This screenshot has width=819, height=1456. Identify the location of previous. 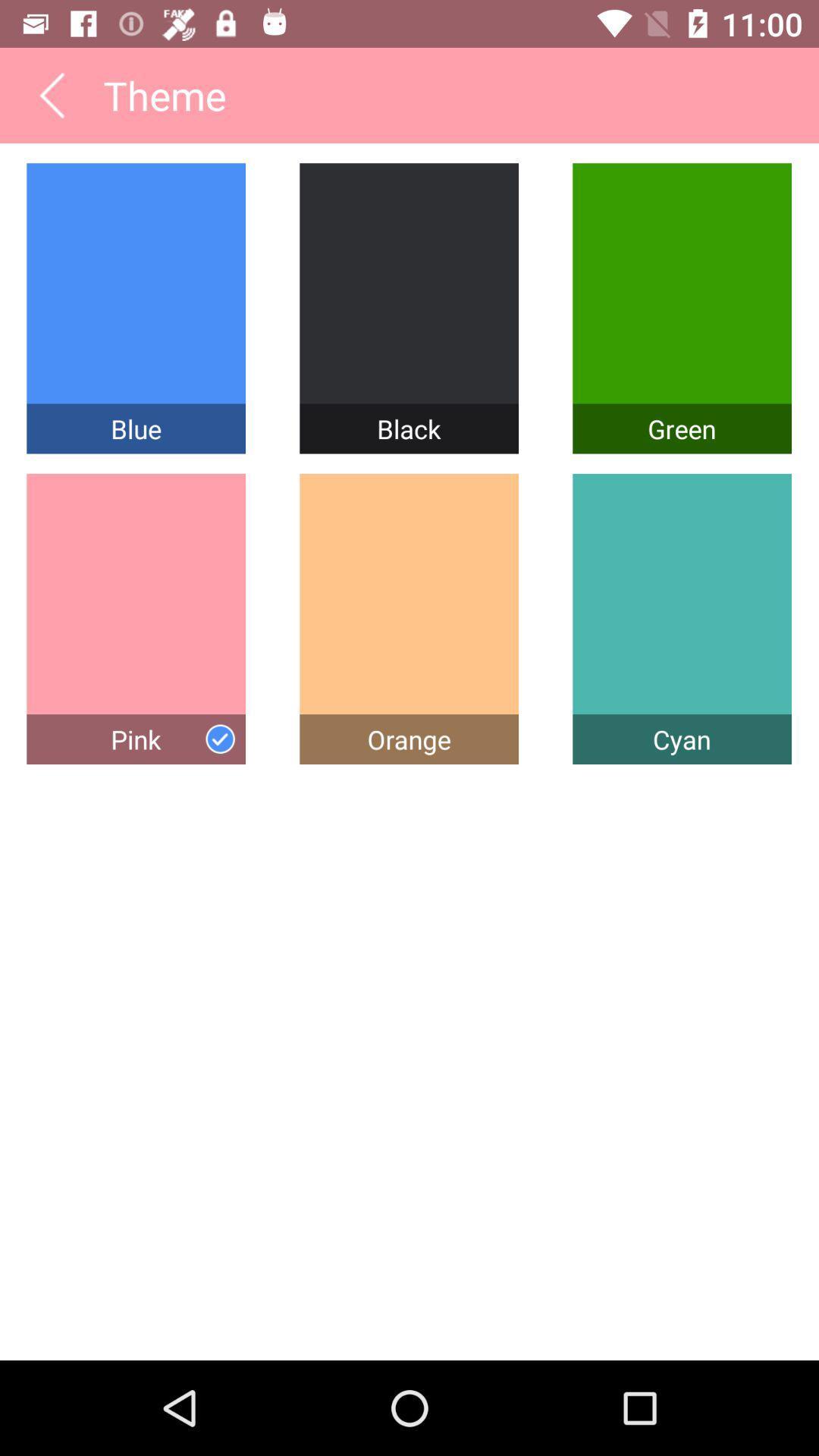
(51, 94).